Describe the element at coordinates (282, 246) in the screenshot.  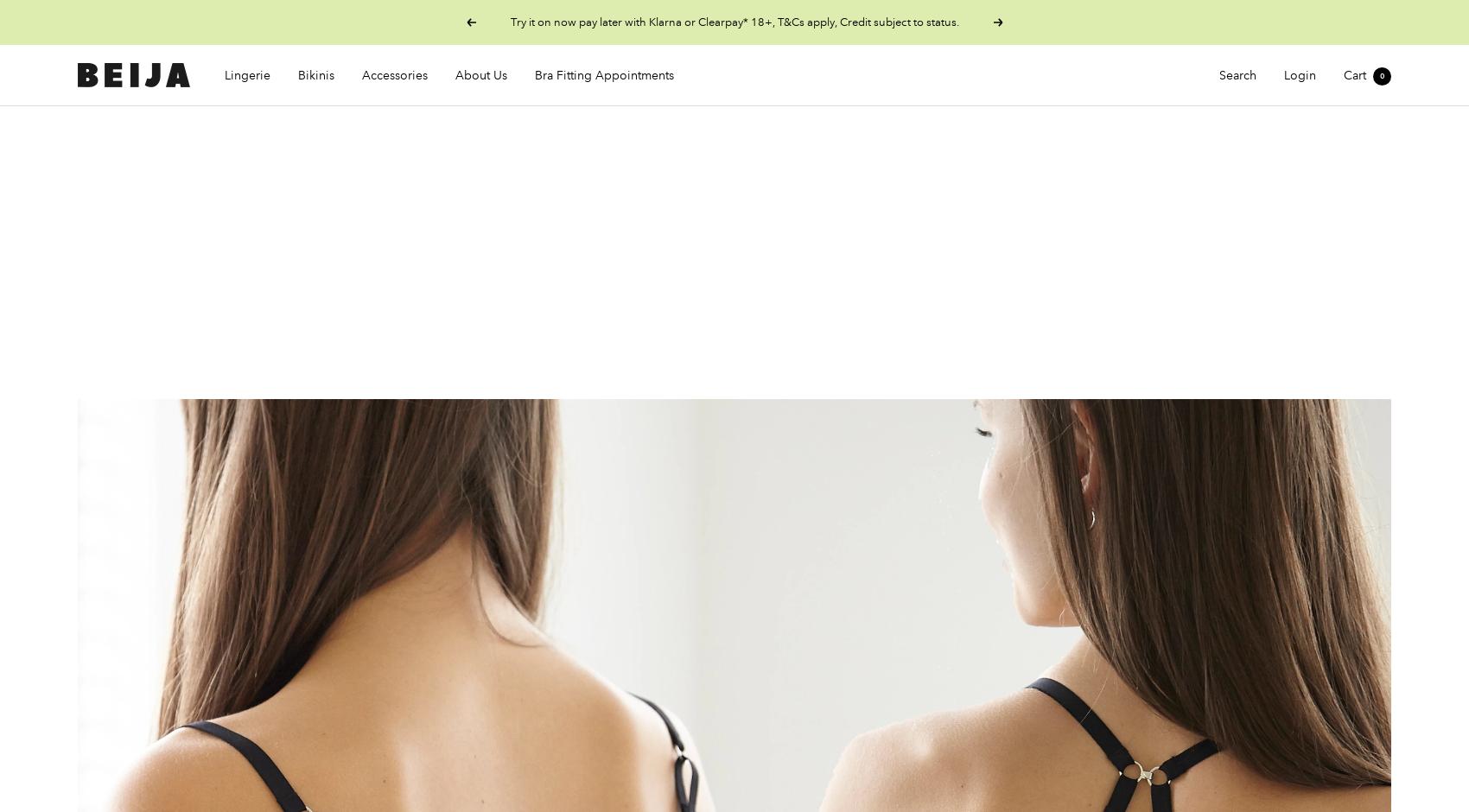
I see `'Z Bikini for DD-H CUPS'` at that location.